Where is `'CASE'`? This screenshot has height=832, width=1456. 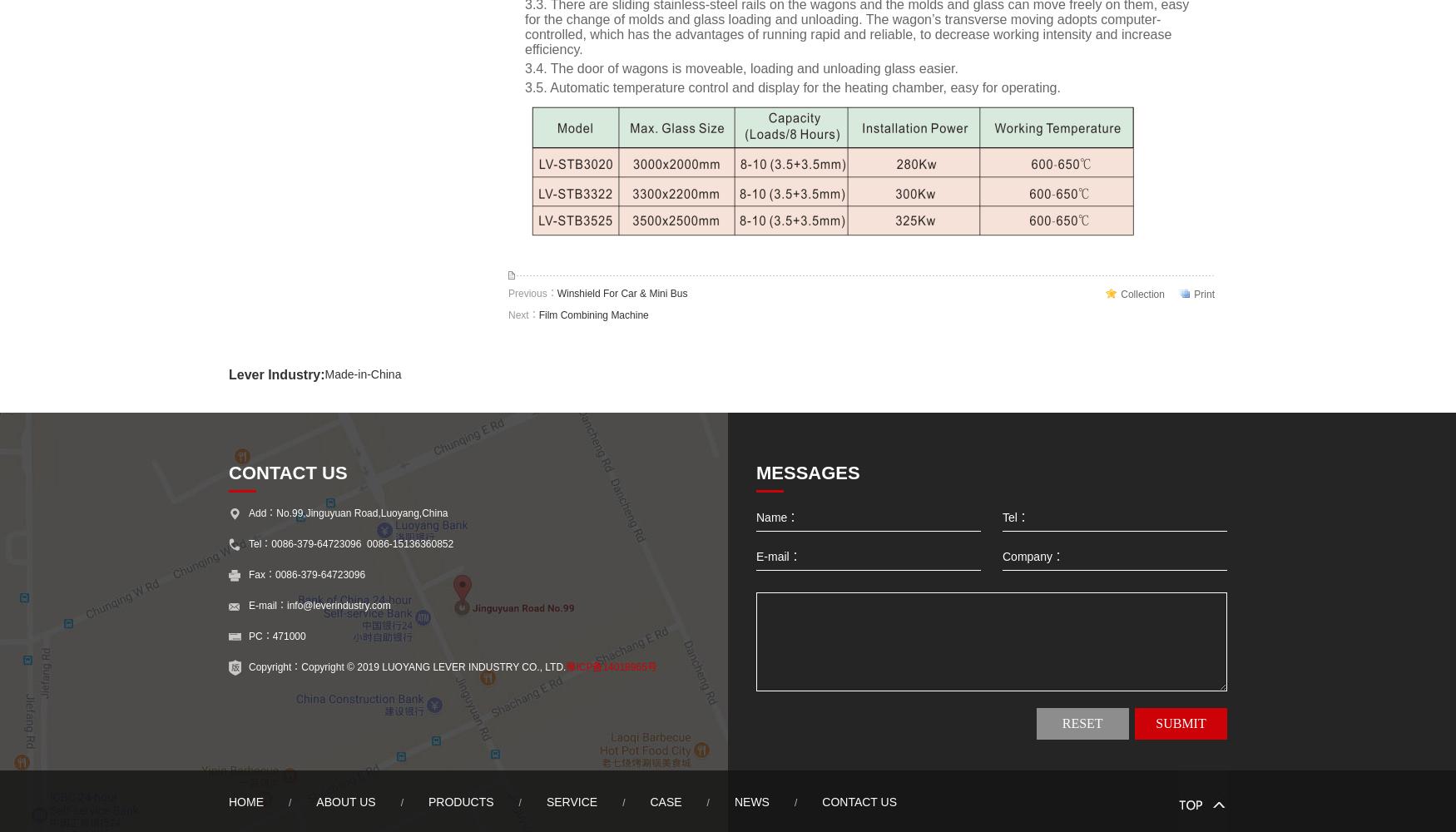 'CASE' is located at coordinates (664, 801).